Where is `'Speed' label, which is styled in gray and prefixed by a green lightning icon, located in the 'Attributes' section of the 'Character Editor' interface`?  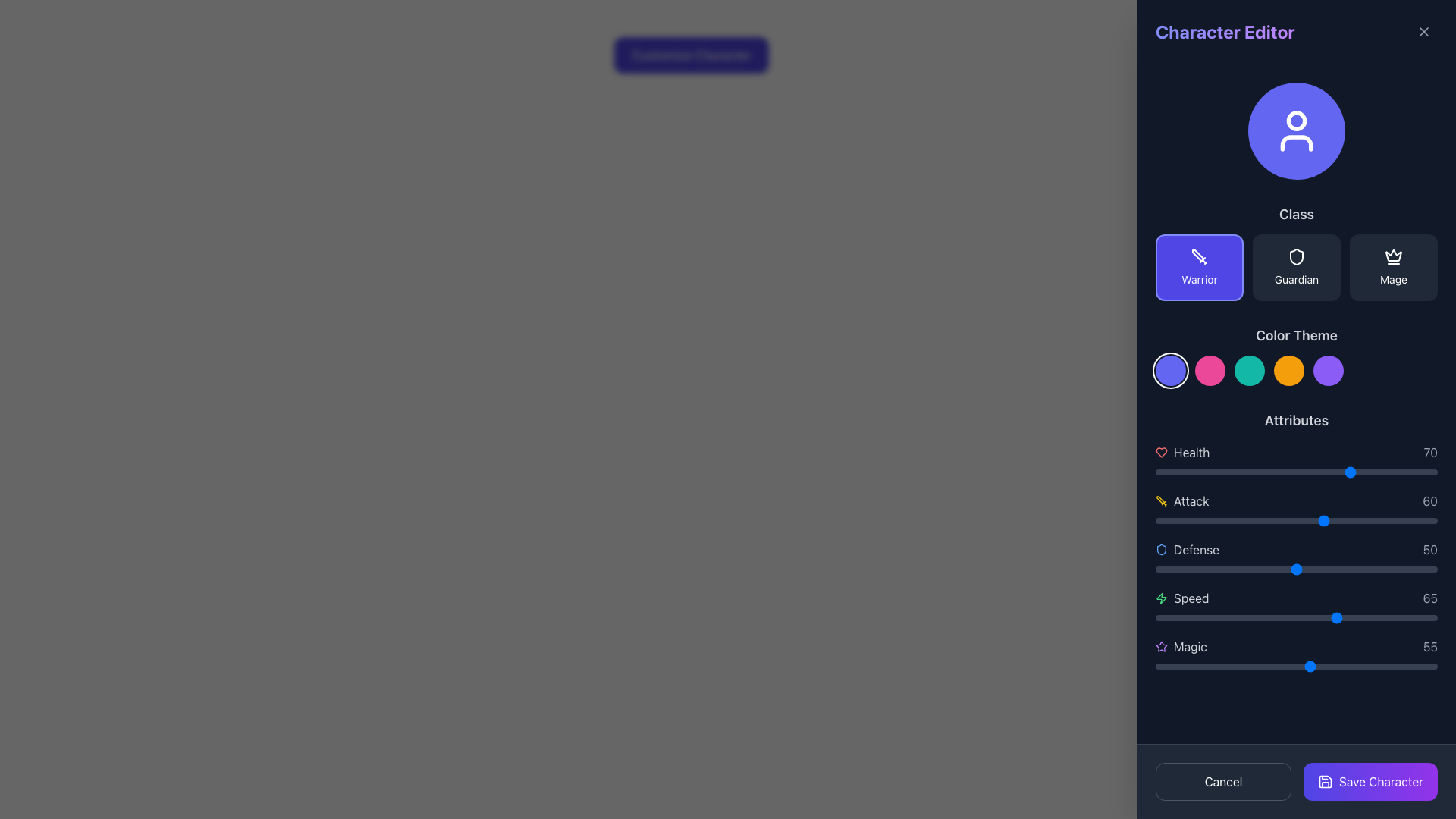
'Speed' label, which is styled in gray and prefixed by a green lightning icon, located in the 'Attributes' section of the 'Character Editor' interface is located at coordinates (1181, 598).